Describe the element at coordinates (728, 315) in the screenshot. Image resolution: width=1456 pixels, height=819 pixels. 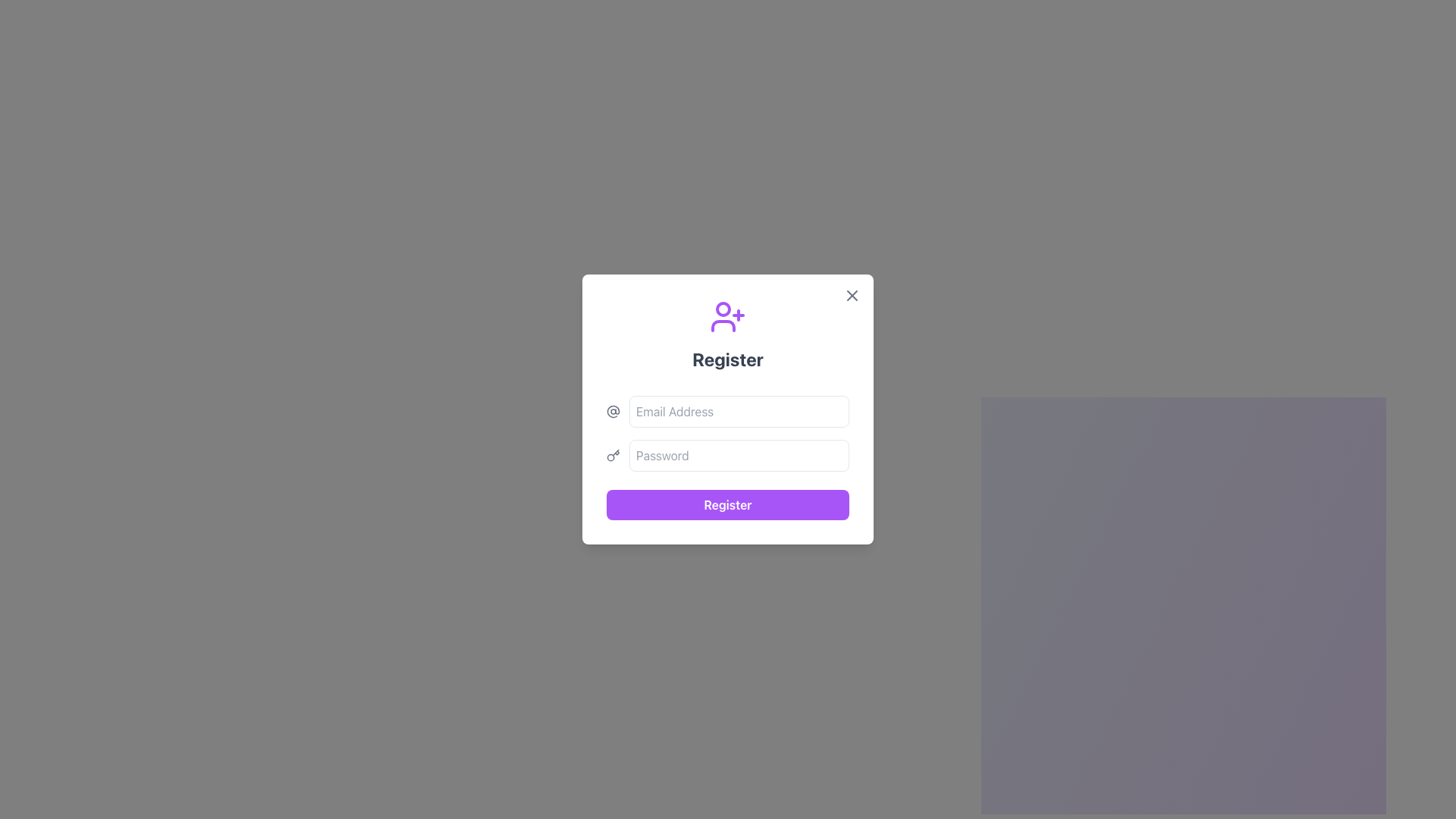
I see `the purple user icon with a plus sign located at the top of the registration form modal, just above the 'Register' text` at that location.